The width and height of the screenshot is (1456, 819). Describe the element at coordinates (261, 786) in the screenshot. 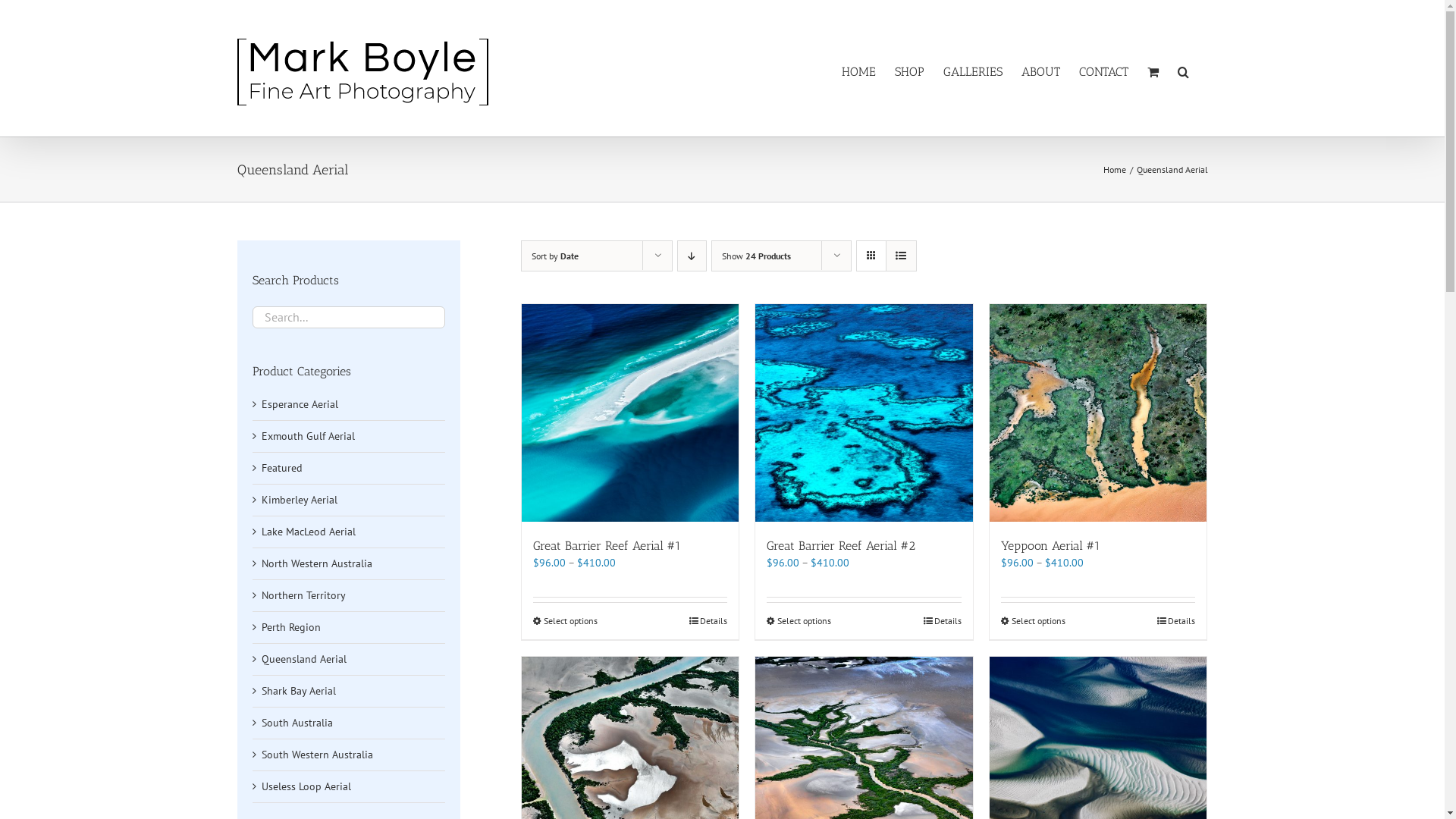

I see `'Useless Loop Aerial'` at that location.